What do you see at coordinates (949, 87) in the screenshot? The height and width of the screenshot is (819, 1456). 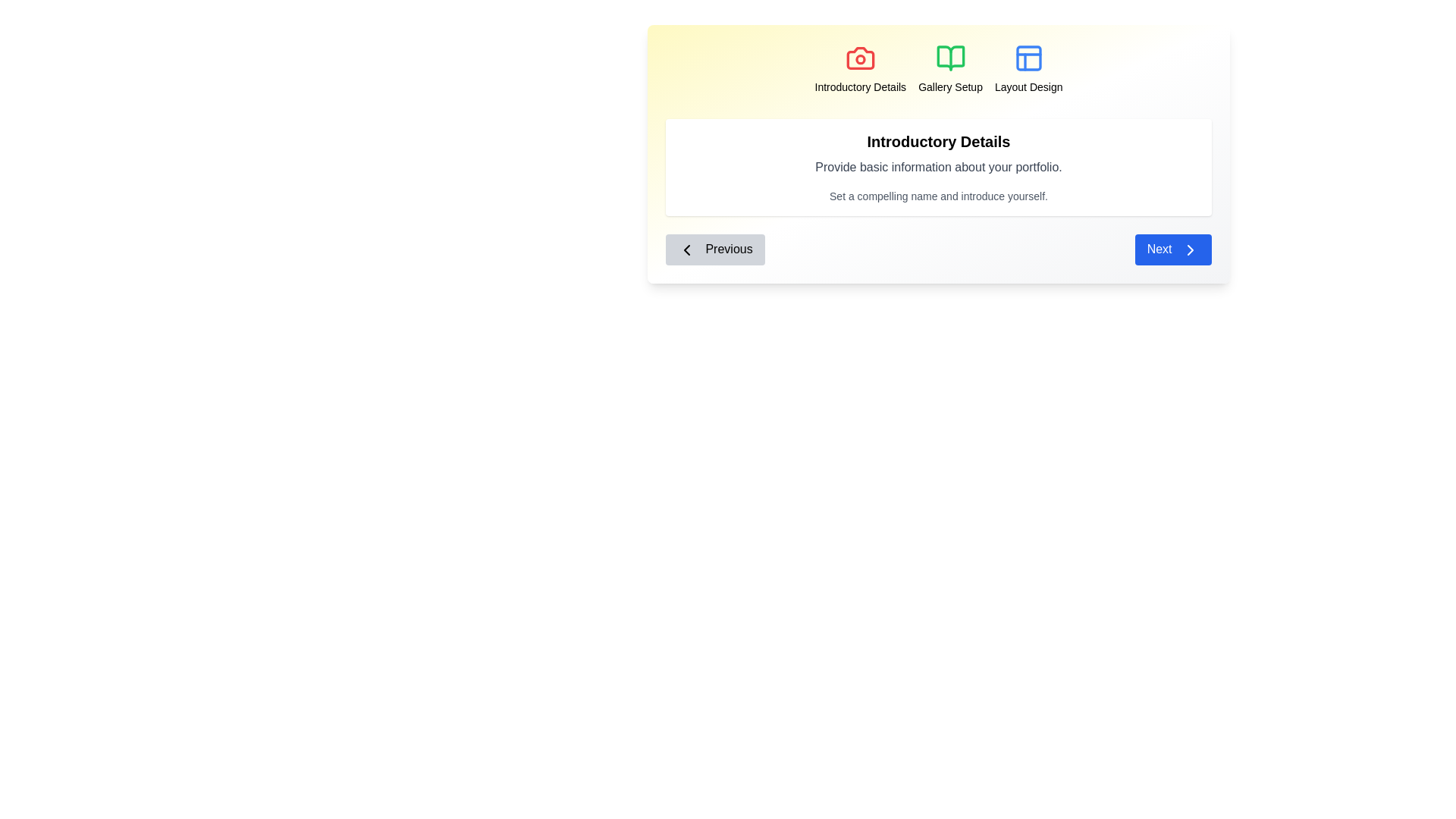 I see `the second static text label that describes the associated navigation item for the gallery setup section, located directly underneath the corresponding green book icon` at bounding box center [949, 87].